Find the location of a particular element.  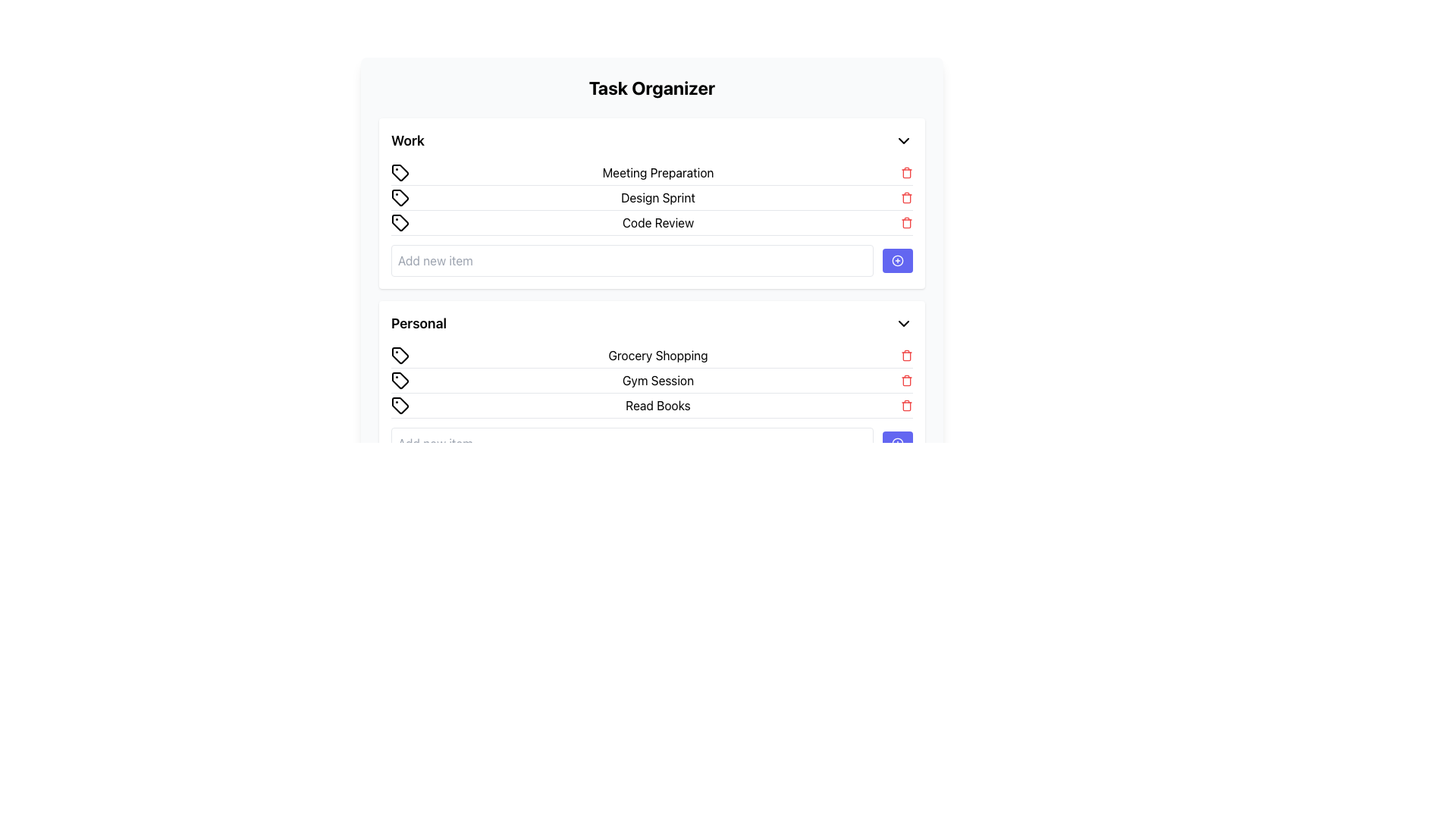

the trash icon button is located at coordinates (906, 405).